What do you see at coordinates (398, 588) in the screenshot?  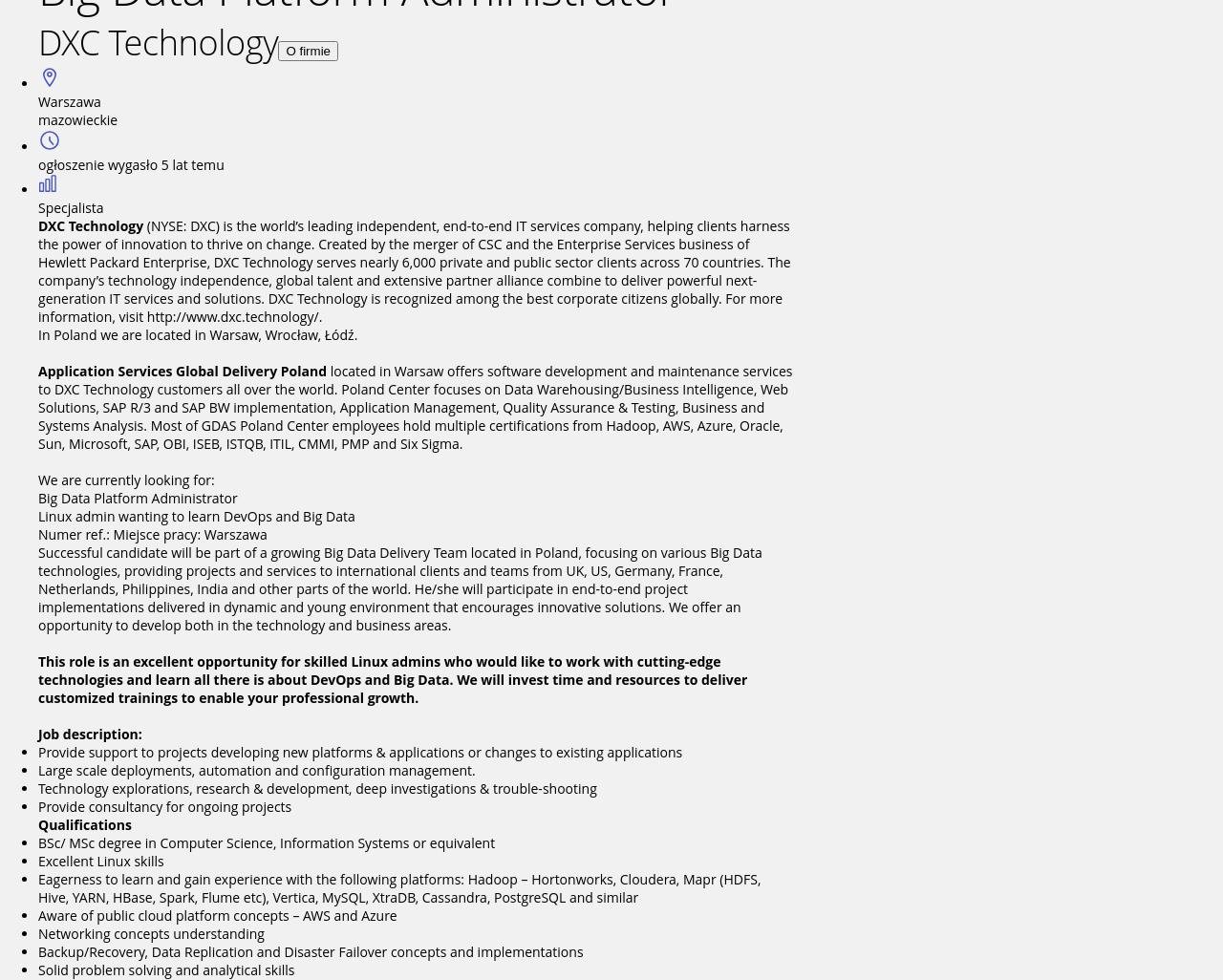 I see `'Successful candidate will be part of a growing Big Data Delivery Team located in Poland, focusing on various Big Data technologies, providing projects and services to international clients and teams from UK, US, Germany, France, Netherlands, Philippines, India and other parts of the world. He/she will participate in end-to-end project implementations delivered in dynamic and young environment that encourages innovative solutions. We offer an opportunity to develop both in the technology and business areas.'` at bounding box center [398, 588].